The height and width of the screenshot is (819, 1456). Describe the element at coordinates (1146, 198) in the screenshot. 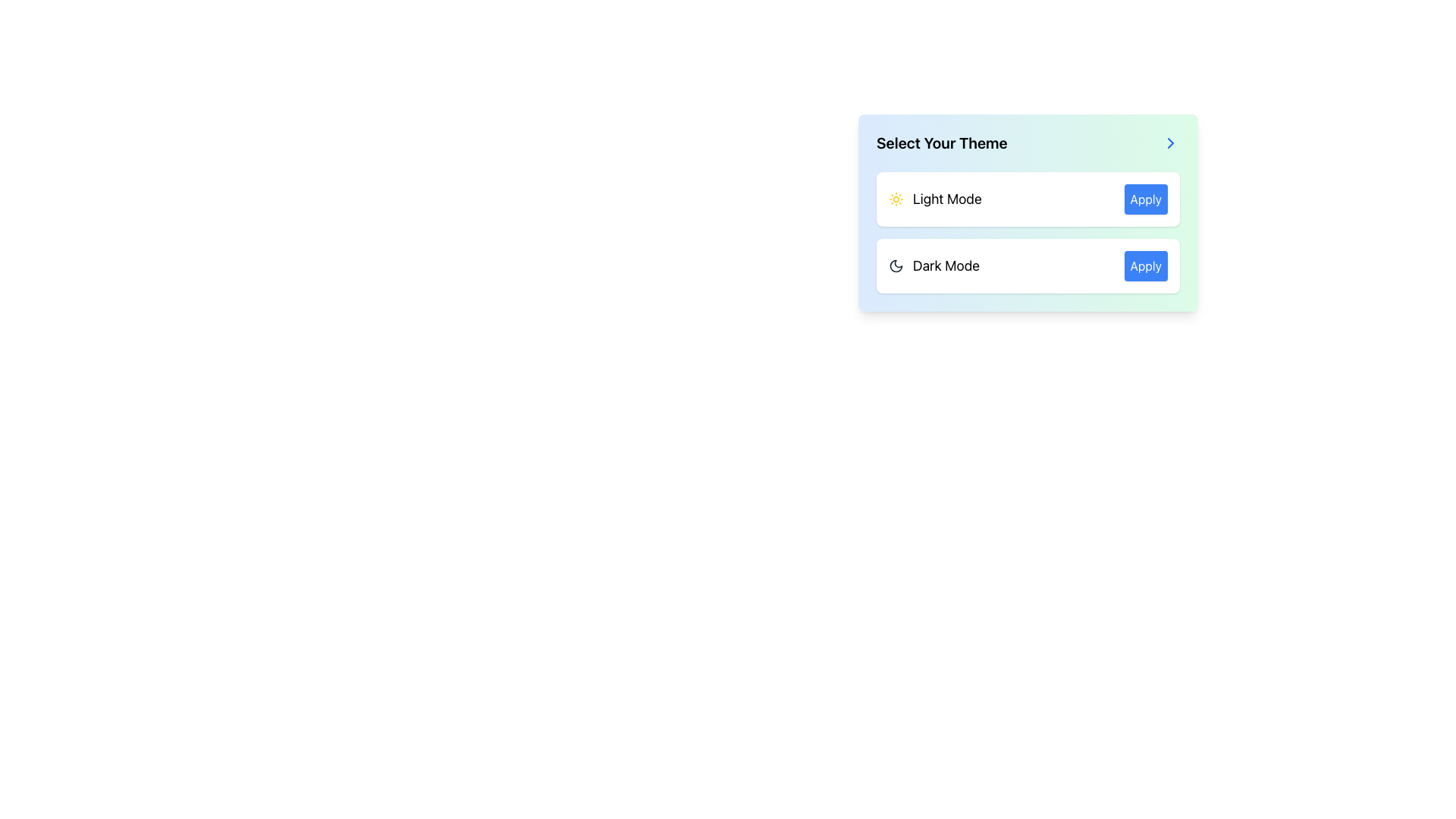

I see `the 'Apply' button located in the 'Select Your Theme' section, which activates the 'Light Mode' theme for the application` at that location.